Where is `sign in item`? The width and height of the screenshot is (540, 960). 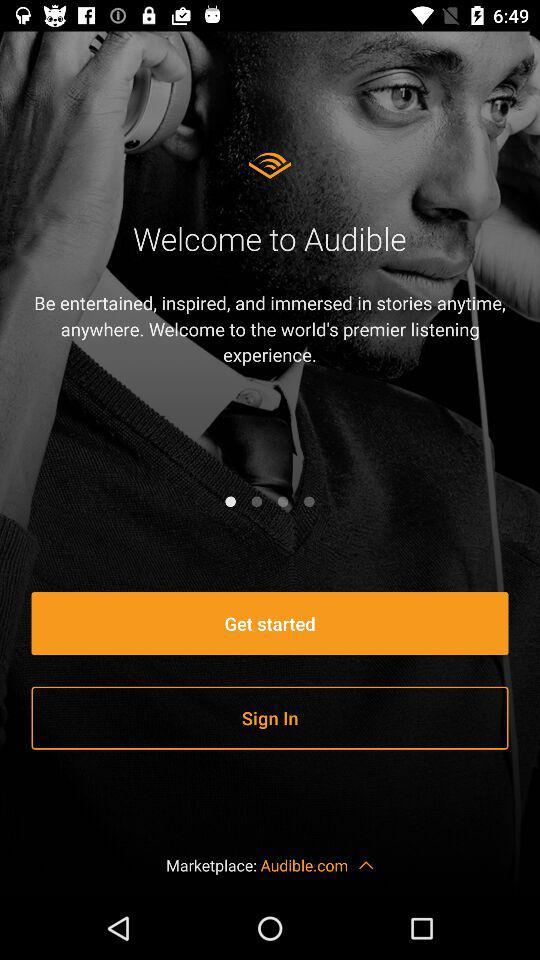 sign in item is located at coordinates (270, 718).